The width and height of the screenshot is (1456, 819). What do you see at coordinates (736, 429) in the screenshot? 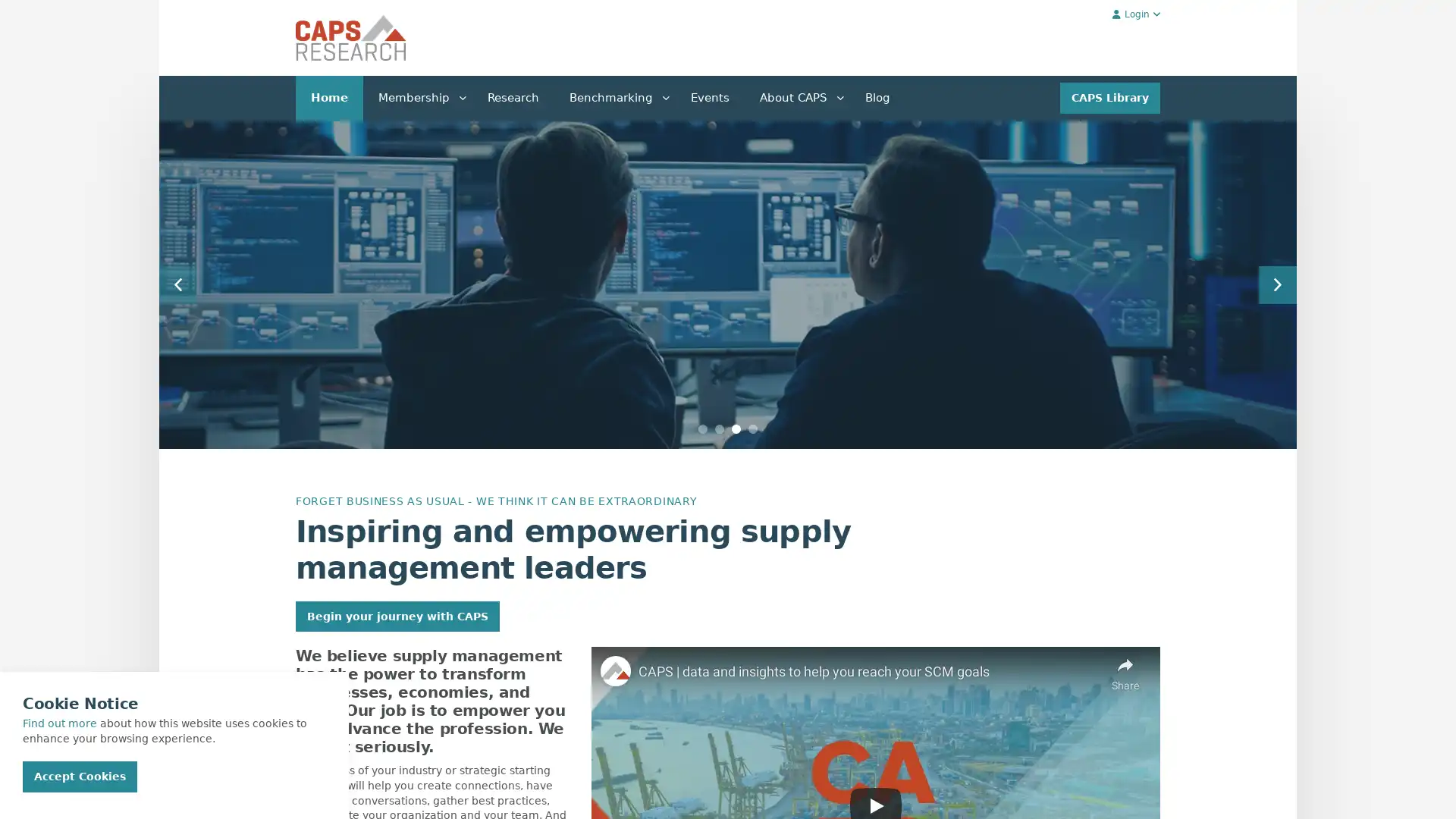
I see `3` at bounding box center [736, 429].